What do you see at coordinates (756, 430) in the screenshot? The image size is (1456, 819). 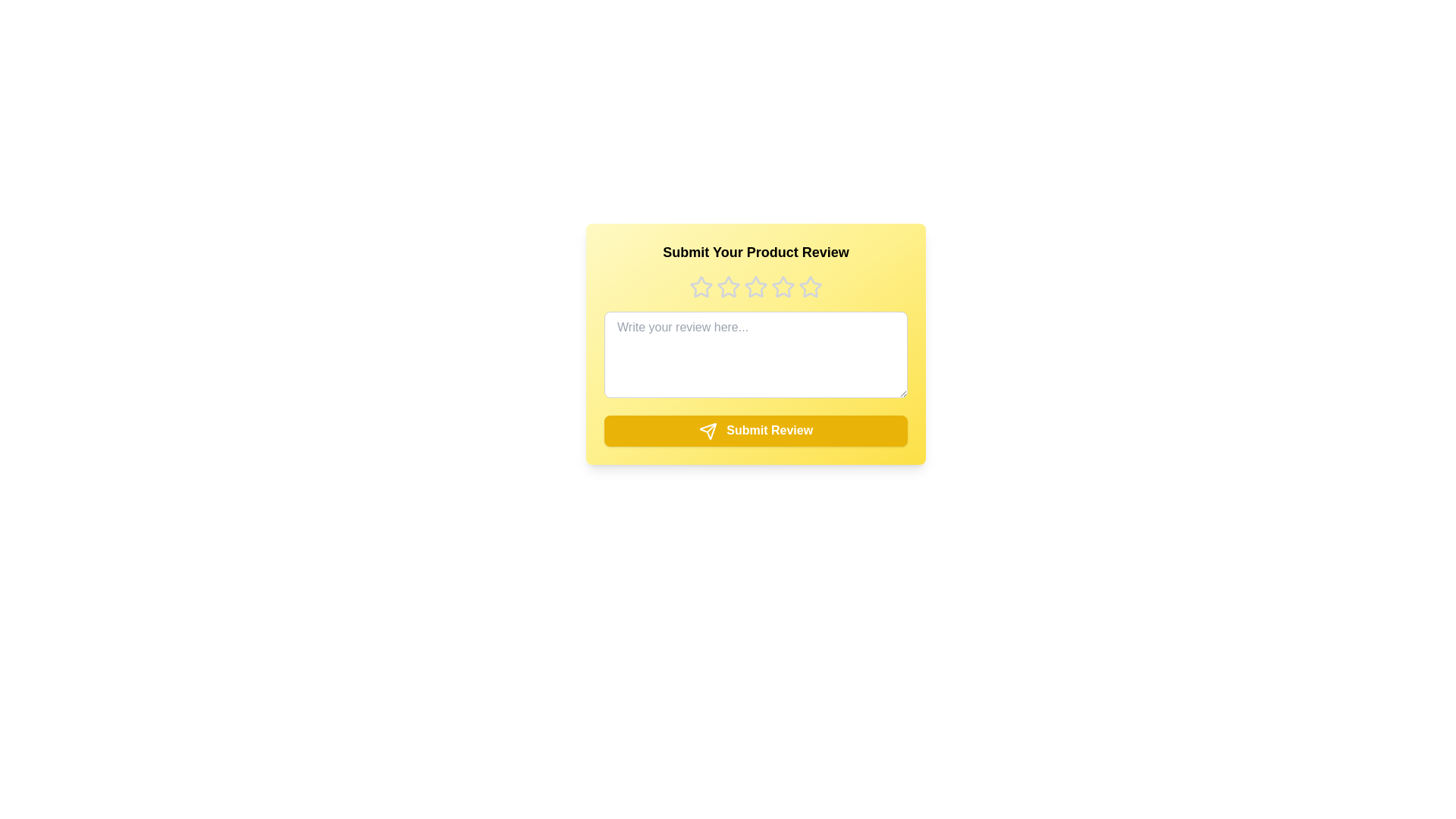 I see `the 'Submit Review' button located at the bottom of the 'Submit Your Product Review' card to observe hover effects` at bounding box center [756, 430].